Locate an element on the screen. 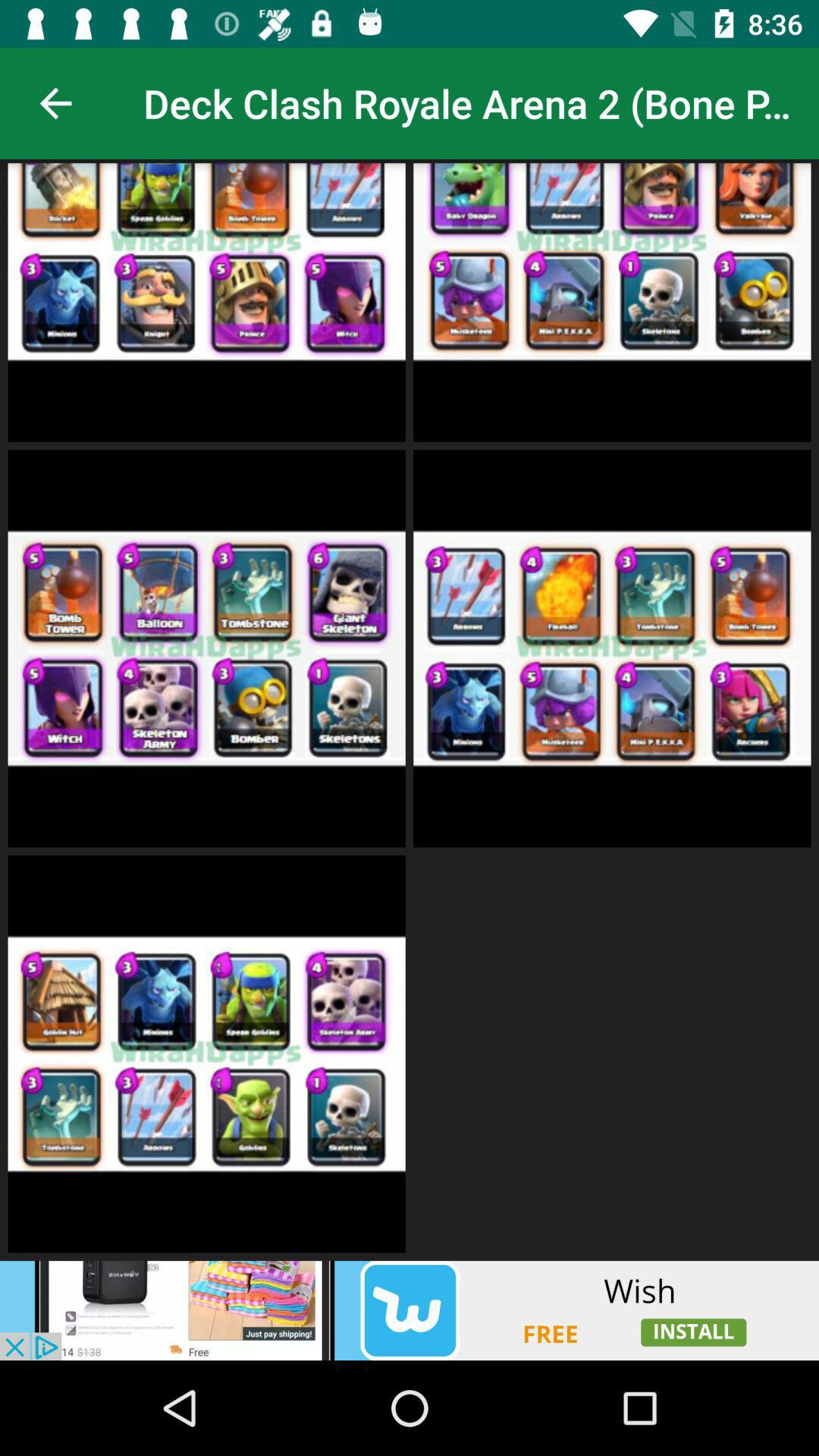  the first image is located at coordinates (207, 300).